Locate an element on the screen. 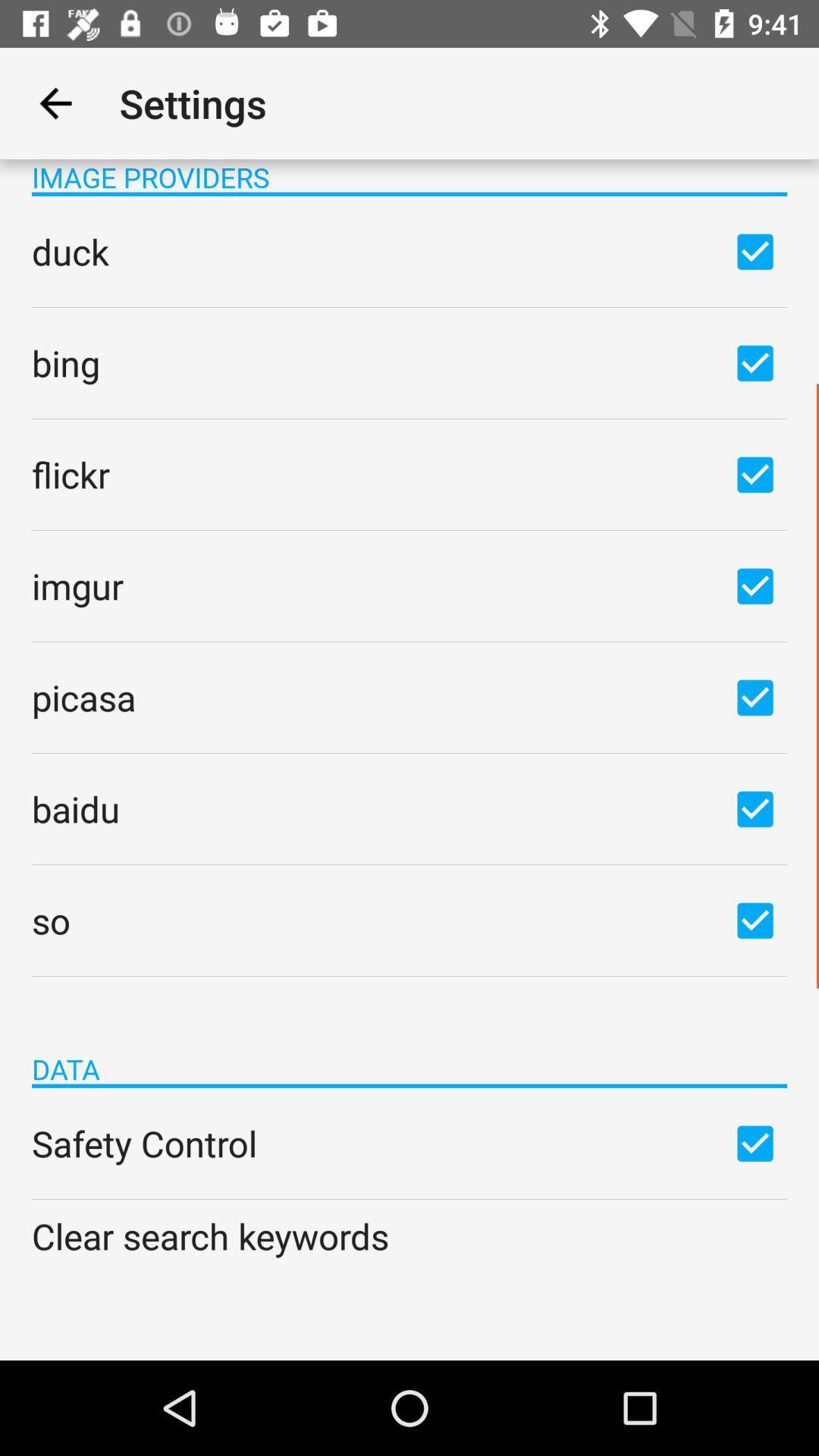 The width and height of the screenshot is (819, 1456). or deselect an image provider is located at coordinates (755, 362).